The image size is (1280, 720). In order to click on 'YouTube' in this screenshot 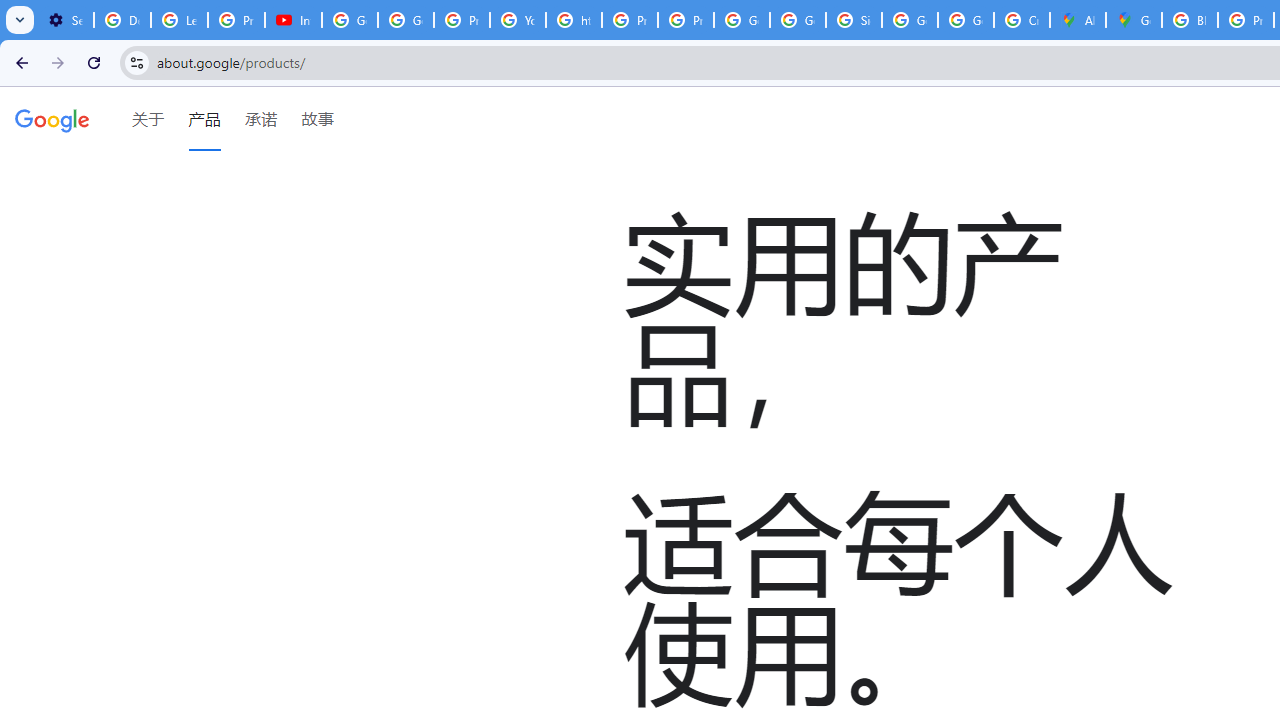, I will do `click(518, 20)`.